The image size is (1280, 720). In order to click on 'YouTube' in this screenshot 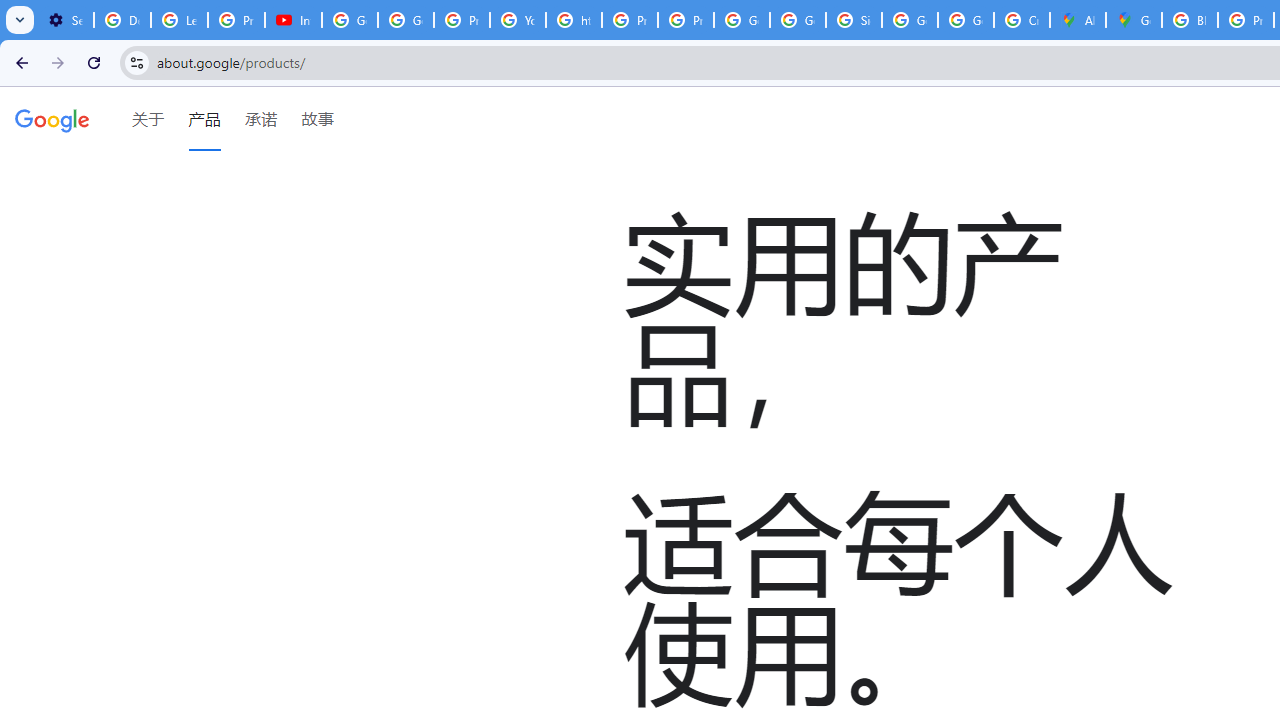, I will do `click(518, 20)`.